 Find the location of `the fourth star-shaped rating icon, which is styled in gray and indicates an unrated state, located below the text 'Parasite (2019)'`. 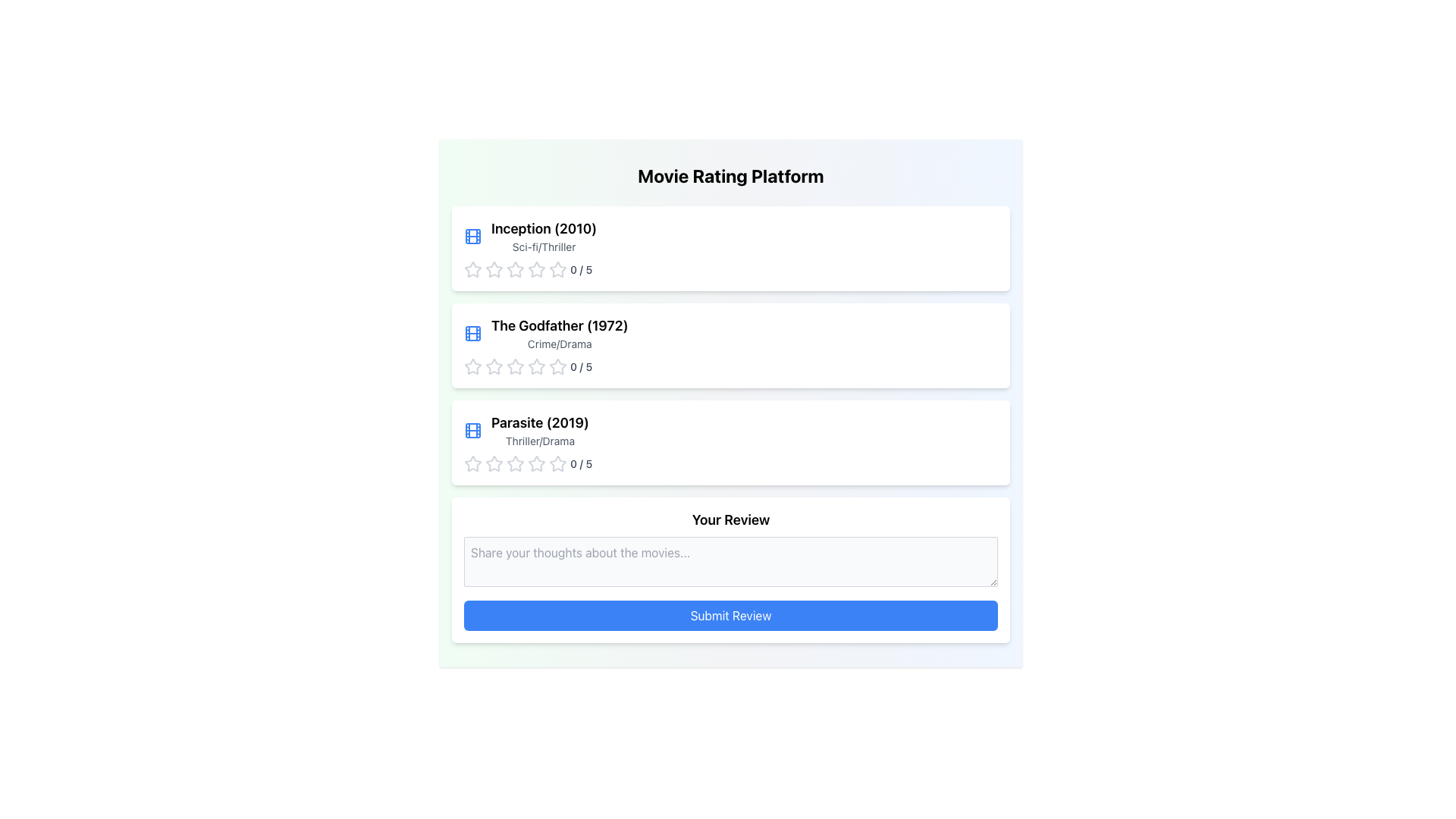

the fourth star-shaped rating icon, which is styled in gray and indicates an unrated state, located below the text 'Parasite (2019)' is located at coordinates (516, 463).